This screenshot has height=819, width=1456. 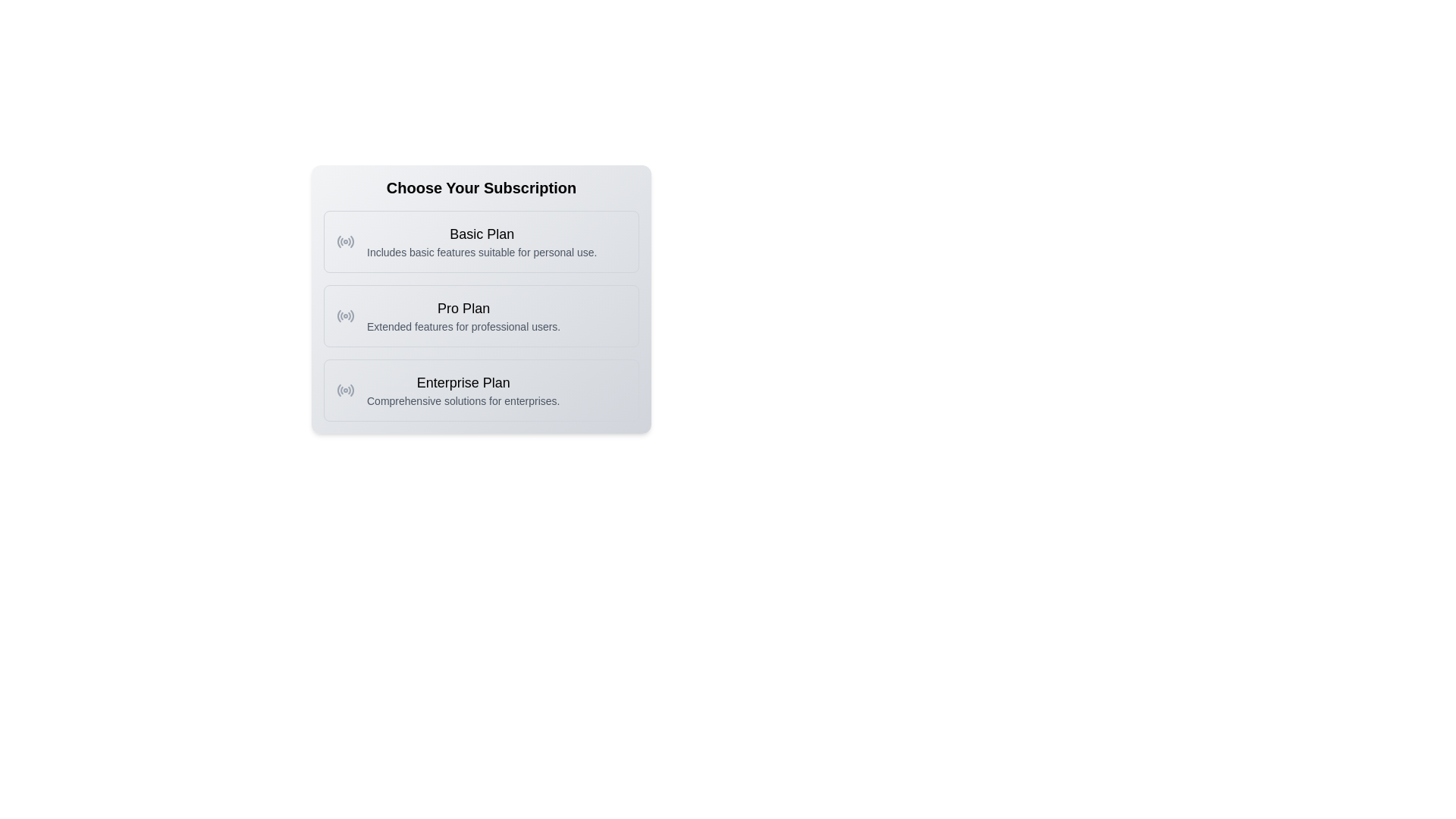 I want to click on the text label stating 'Enterprise Plan' which is prominently displayed in the subscription selection interface, so click(x=463, y=382).